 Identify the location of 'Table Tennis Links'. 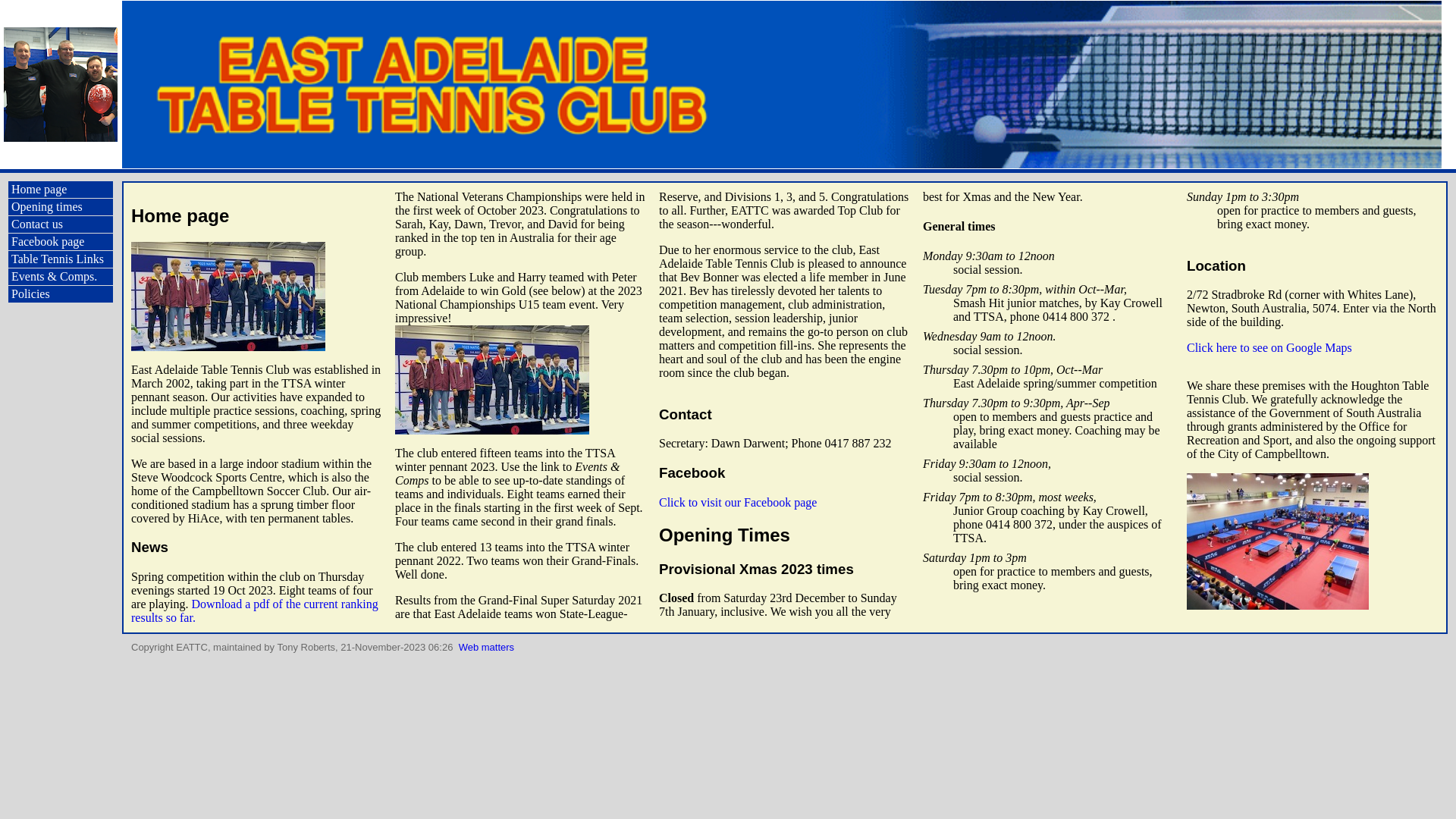
(61, 259).